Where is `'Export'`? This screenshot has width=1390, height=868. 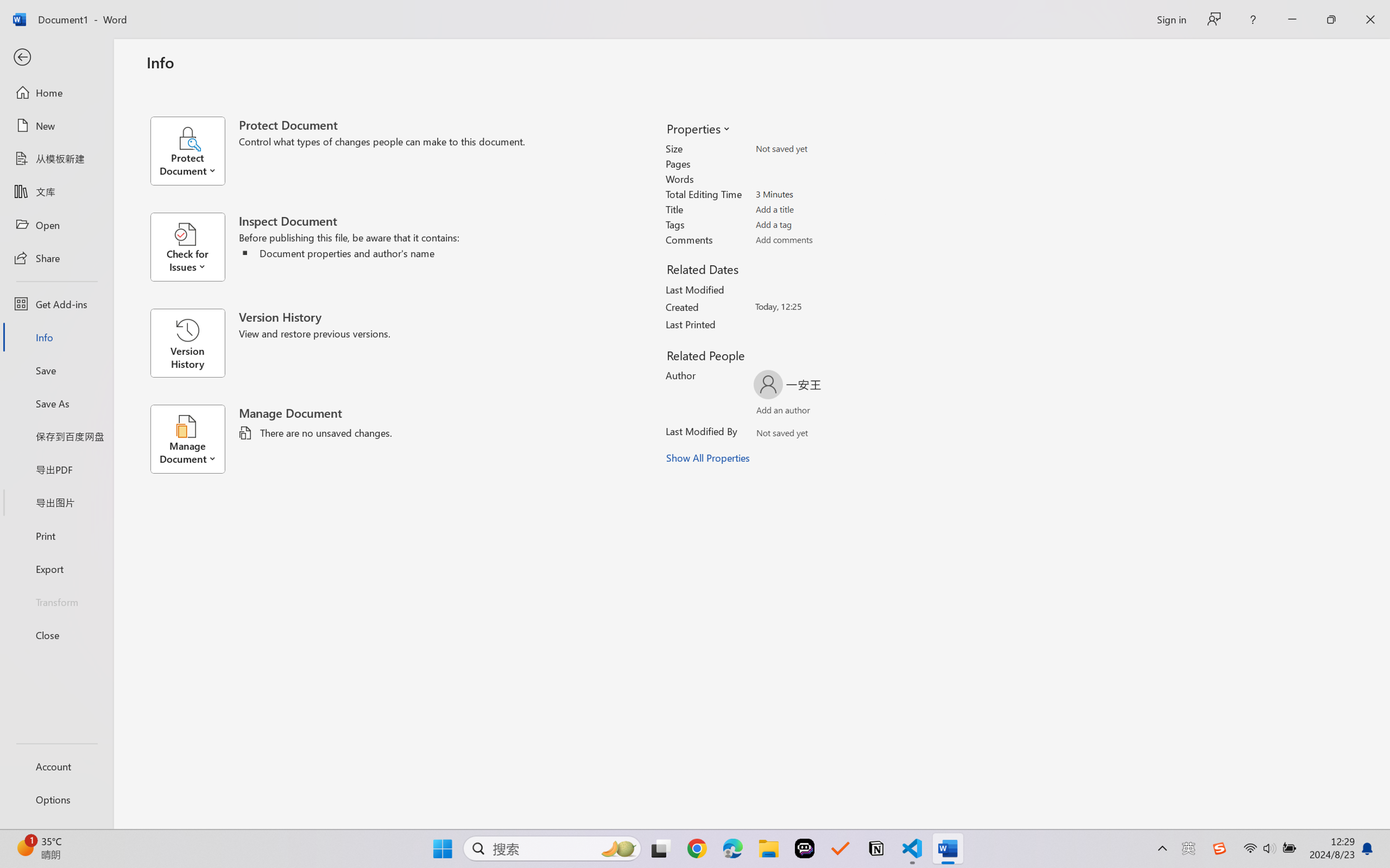
'Export' is located at coordinates (56, 568).